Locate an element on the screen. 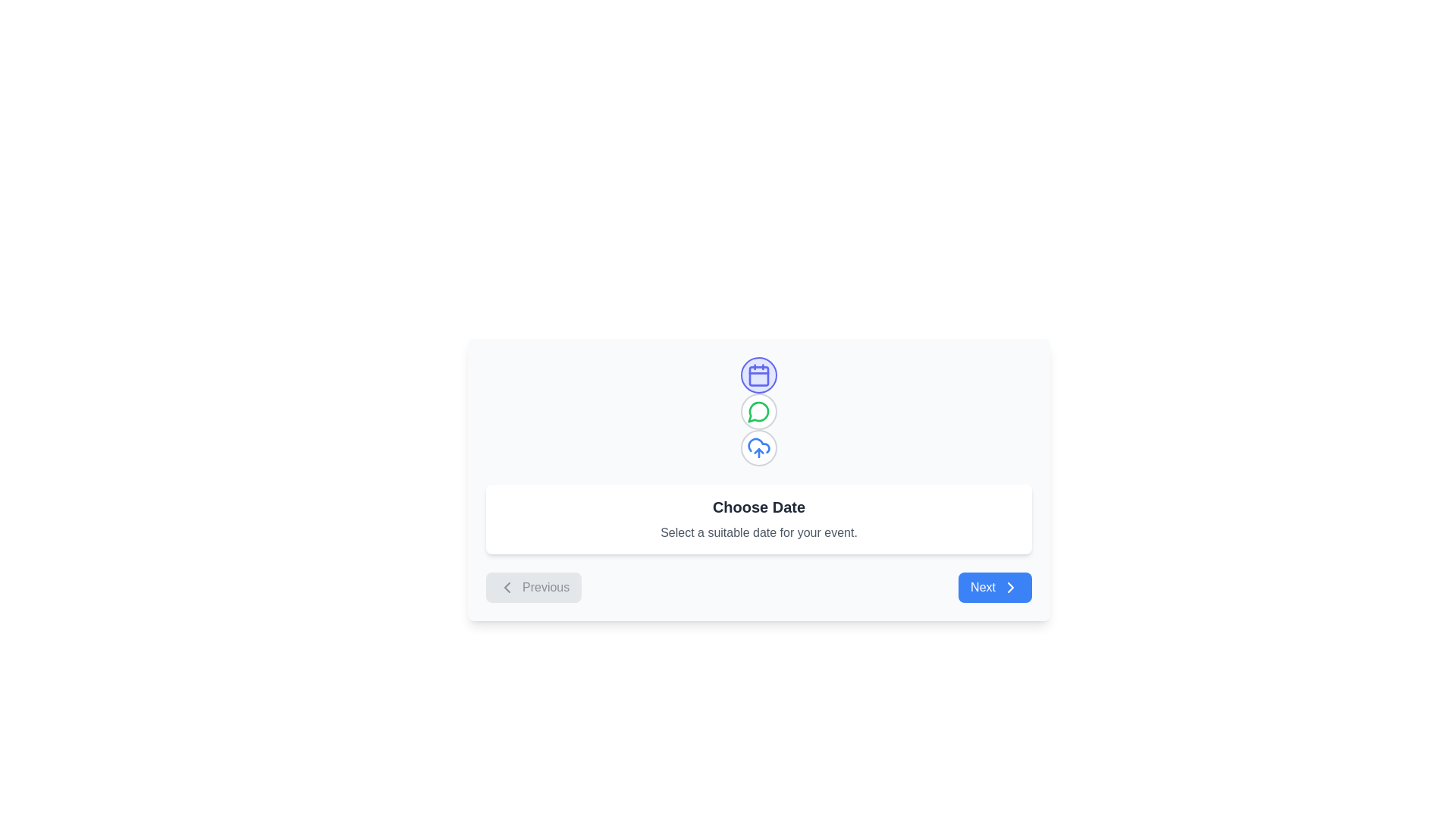 Image resolution: width=1456 pixels, height=819 pixels. the calendar icon, which is the first icon in a vertical arrangement located just above the 'Choose Date' section is located at coordinates (759, 375).